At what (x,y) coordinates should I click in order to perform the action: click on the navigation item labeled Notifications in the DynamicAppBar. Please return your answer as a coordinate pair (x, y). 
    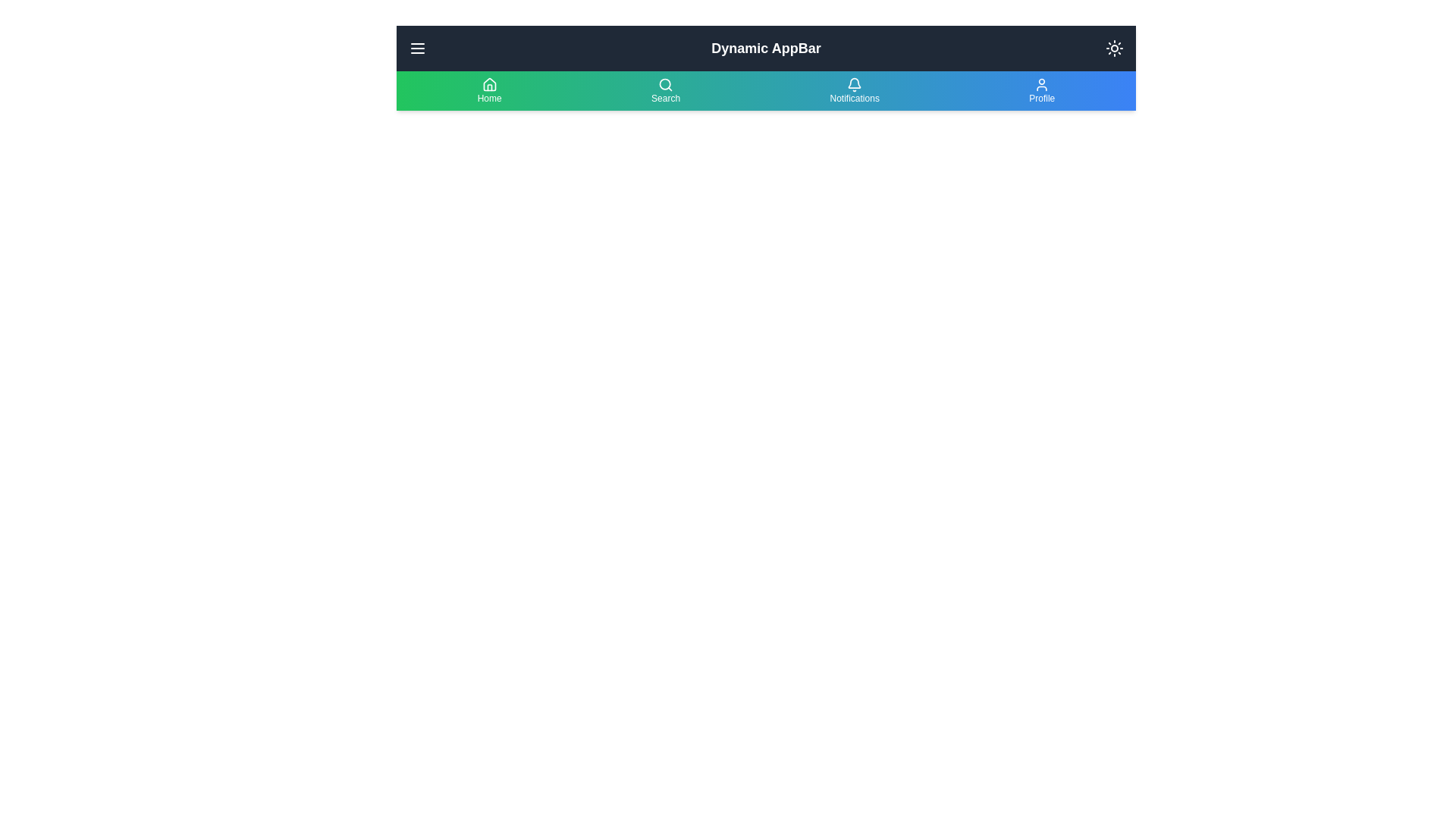
    Looking at the image, I should click on (855, 90).